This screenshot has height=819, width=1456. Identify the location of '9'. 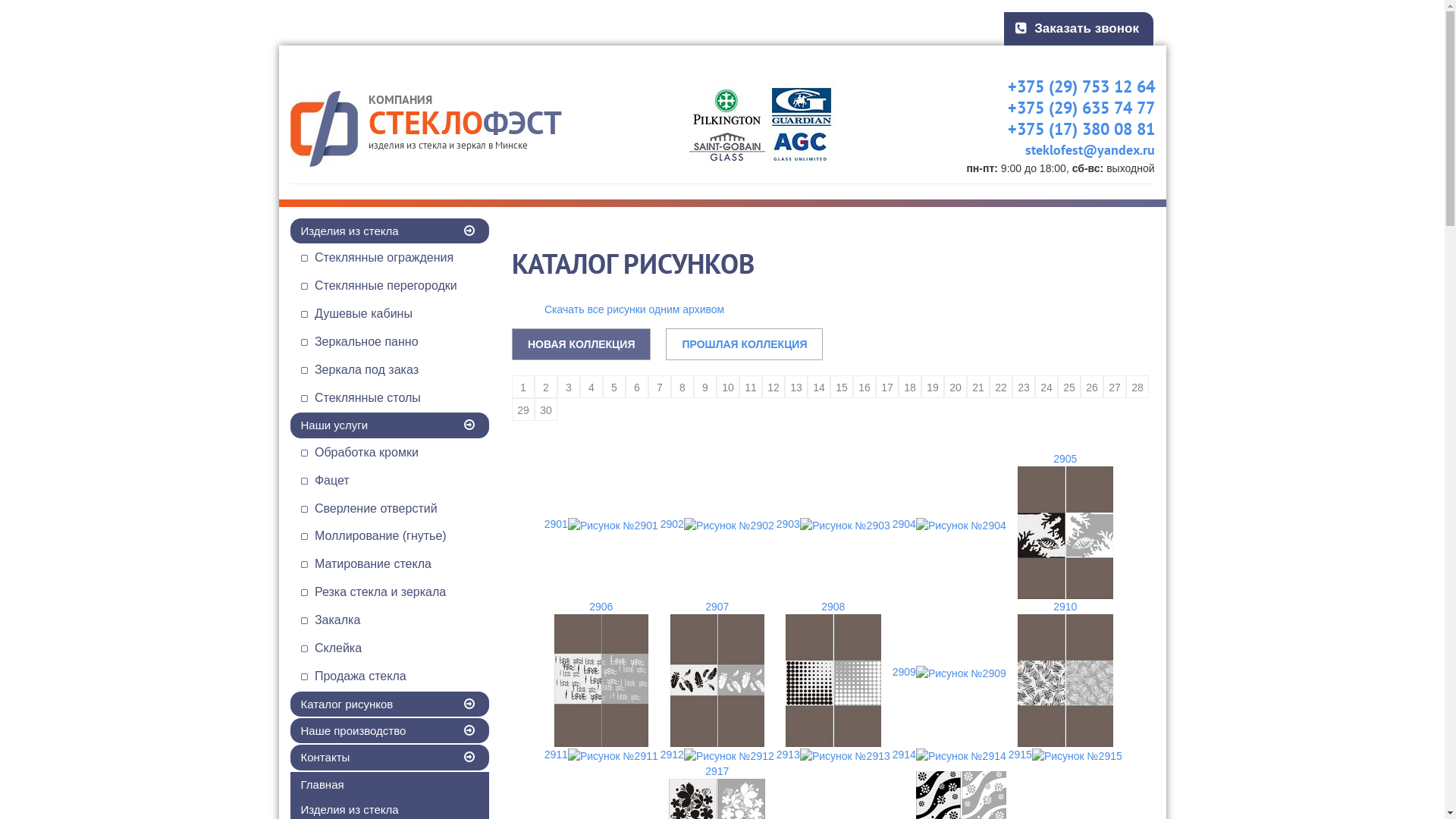
(704, 385).